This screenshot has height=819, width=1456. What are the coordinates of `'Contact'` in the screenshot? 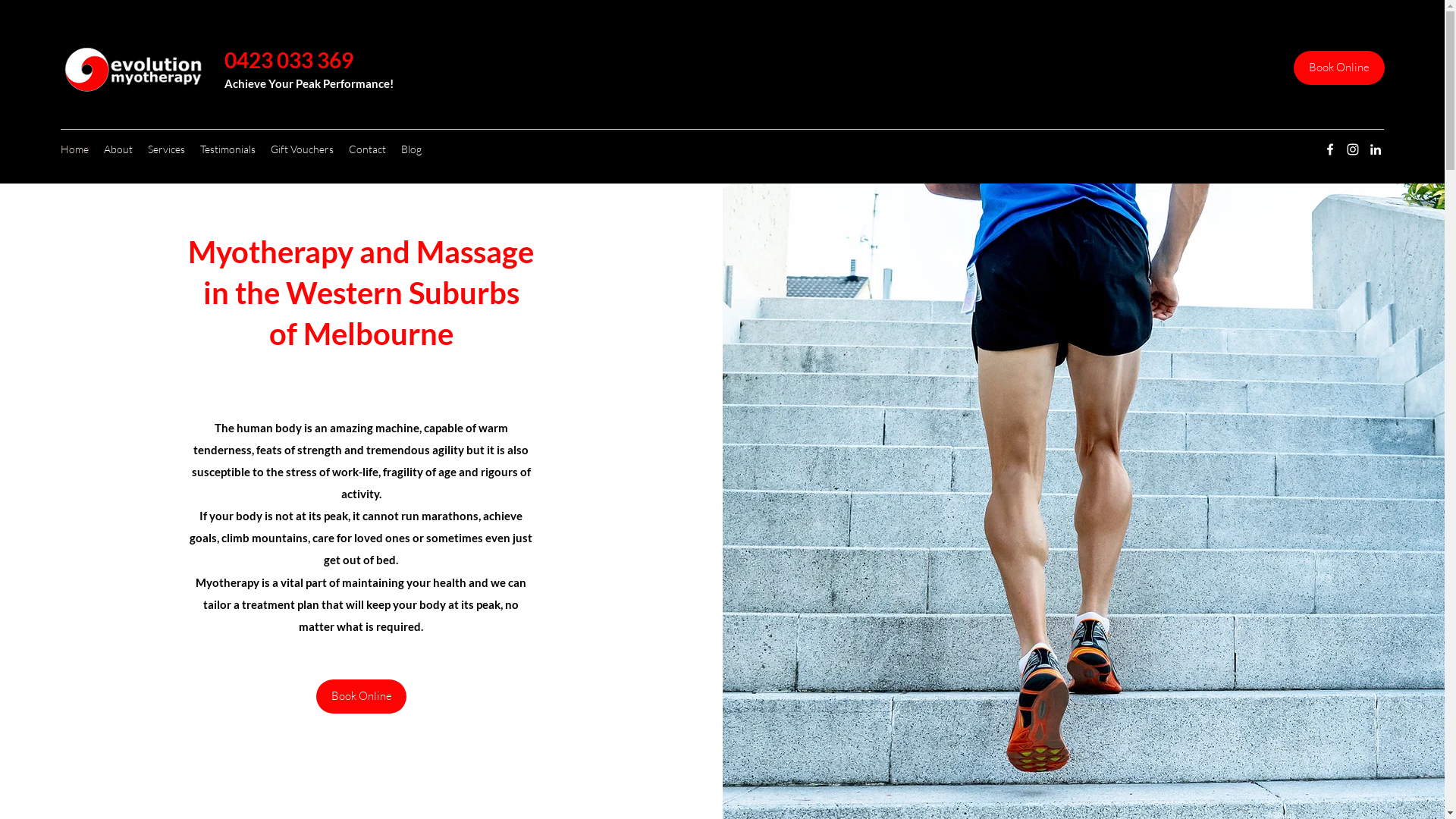 It's located at (367, 149).